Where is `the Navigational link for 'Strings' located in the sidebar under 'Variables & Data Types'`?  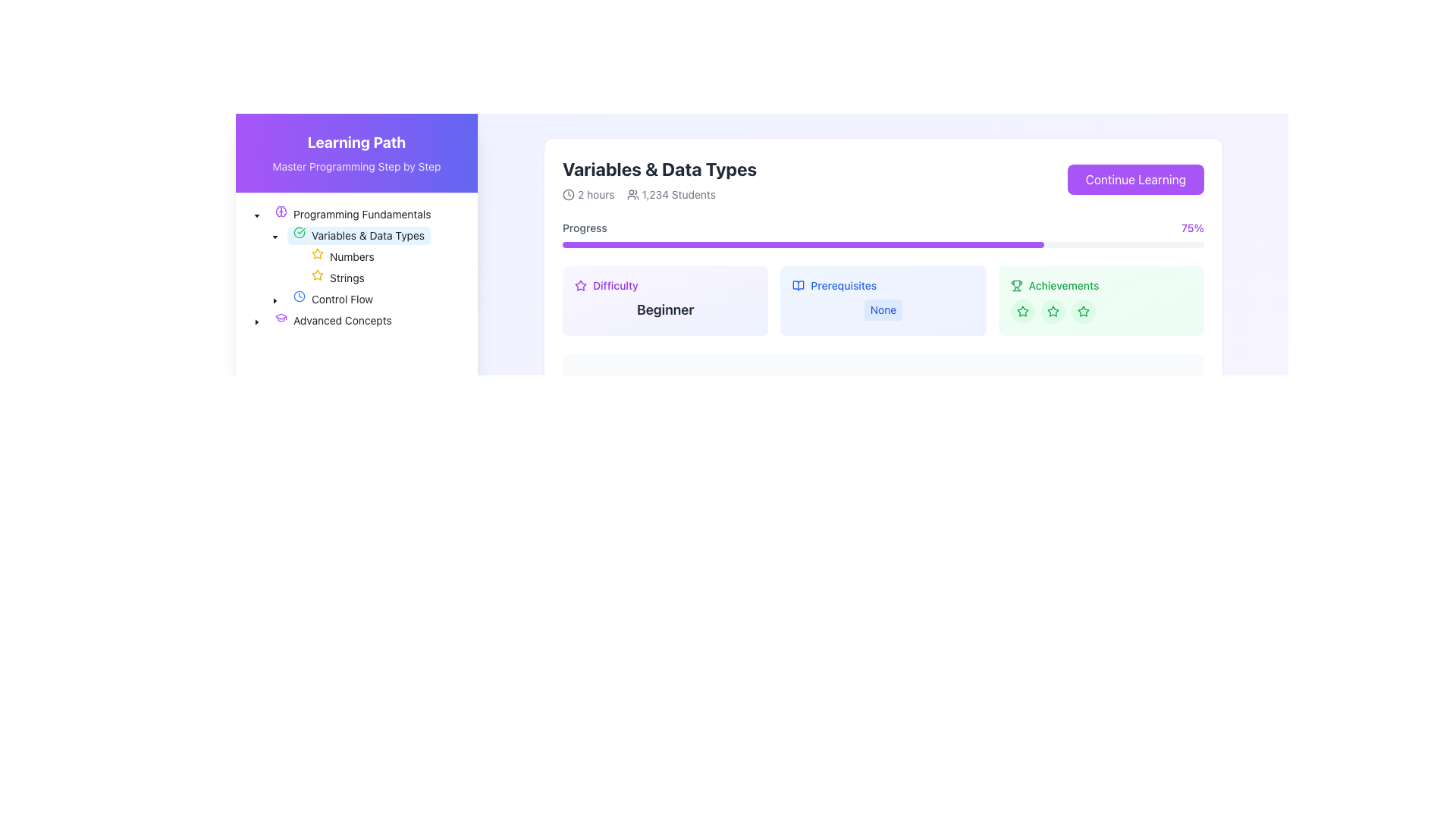
the Navigational link for 'Strings' located in the sidebar under 'Variables & Data Types' is located at coordinates (337, 278).